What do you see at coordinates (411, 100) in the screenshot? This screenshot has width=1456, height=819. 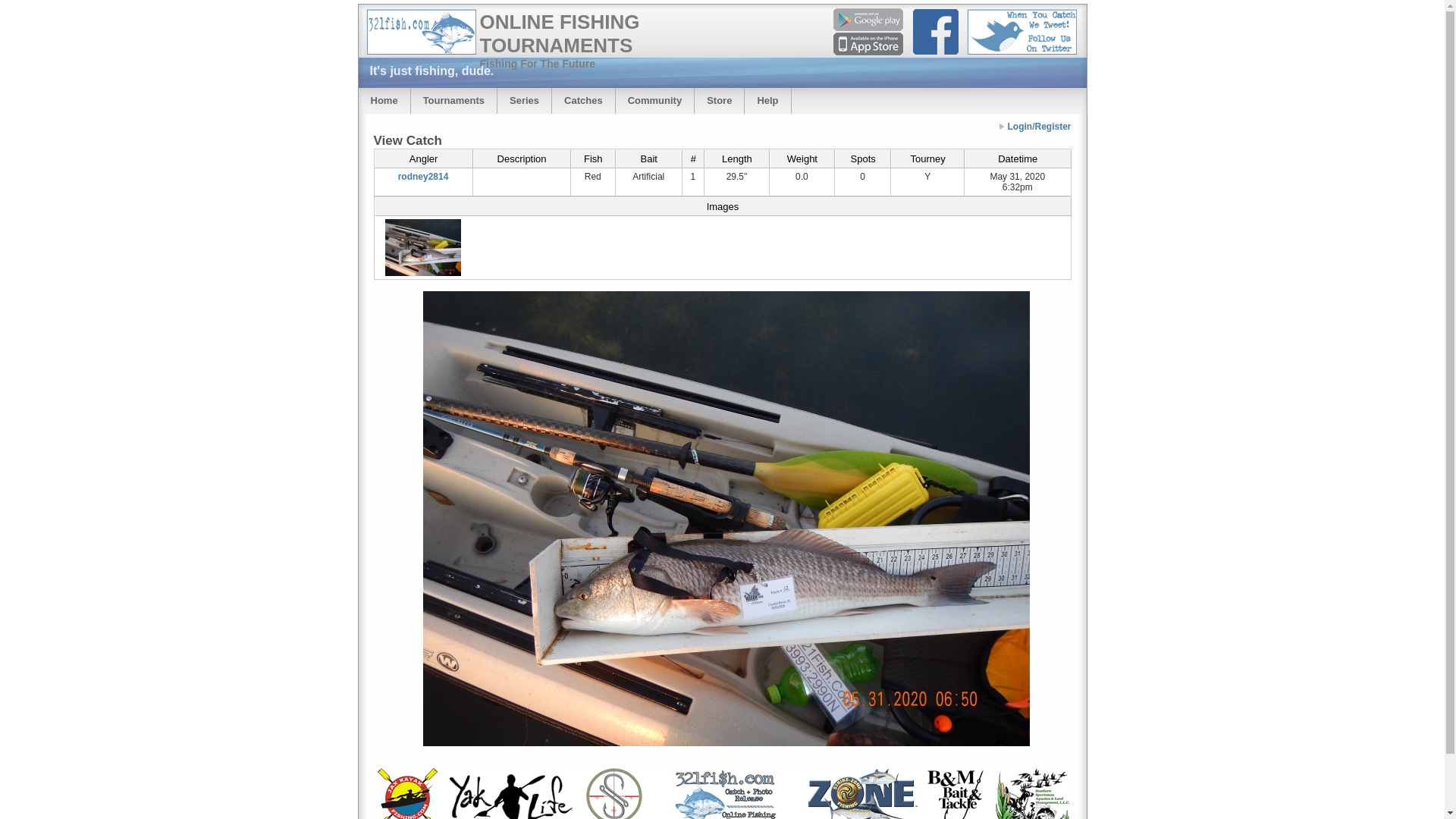 I see `'Tournaments'` at bounding box center [411, 100].